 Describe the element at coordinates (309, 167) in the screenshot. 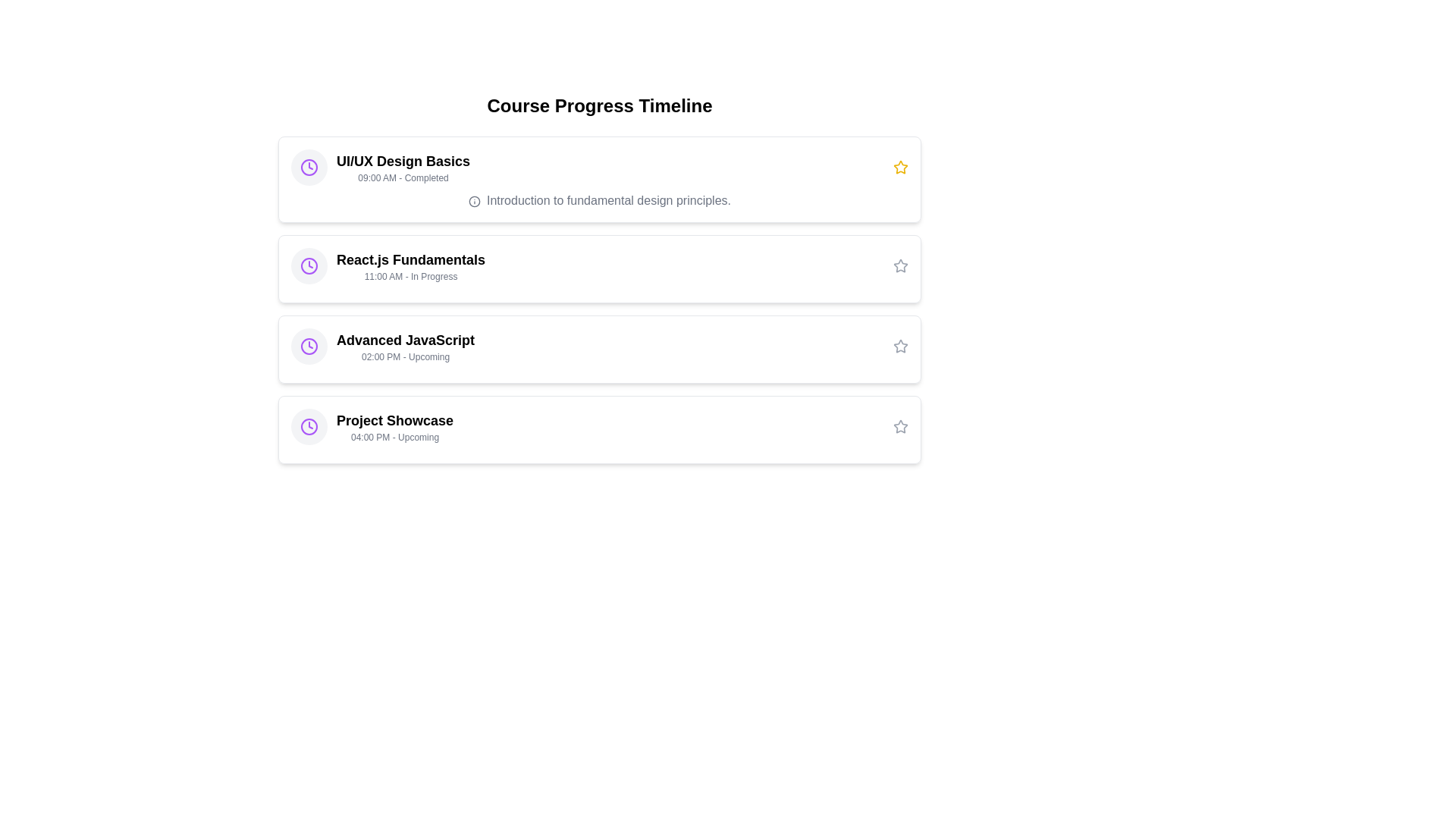

I see `the icon representing the course 'UI/UX Design Basics' with a clock glyph, located at the beginning of its row in the Course Progress Timeline` at that location.